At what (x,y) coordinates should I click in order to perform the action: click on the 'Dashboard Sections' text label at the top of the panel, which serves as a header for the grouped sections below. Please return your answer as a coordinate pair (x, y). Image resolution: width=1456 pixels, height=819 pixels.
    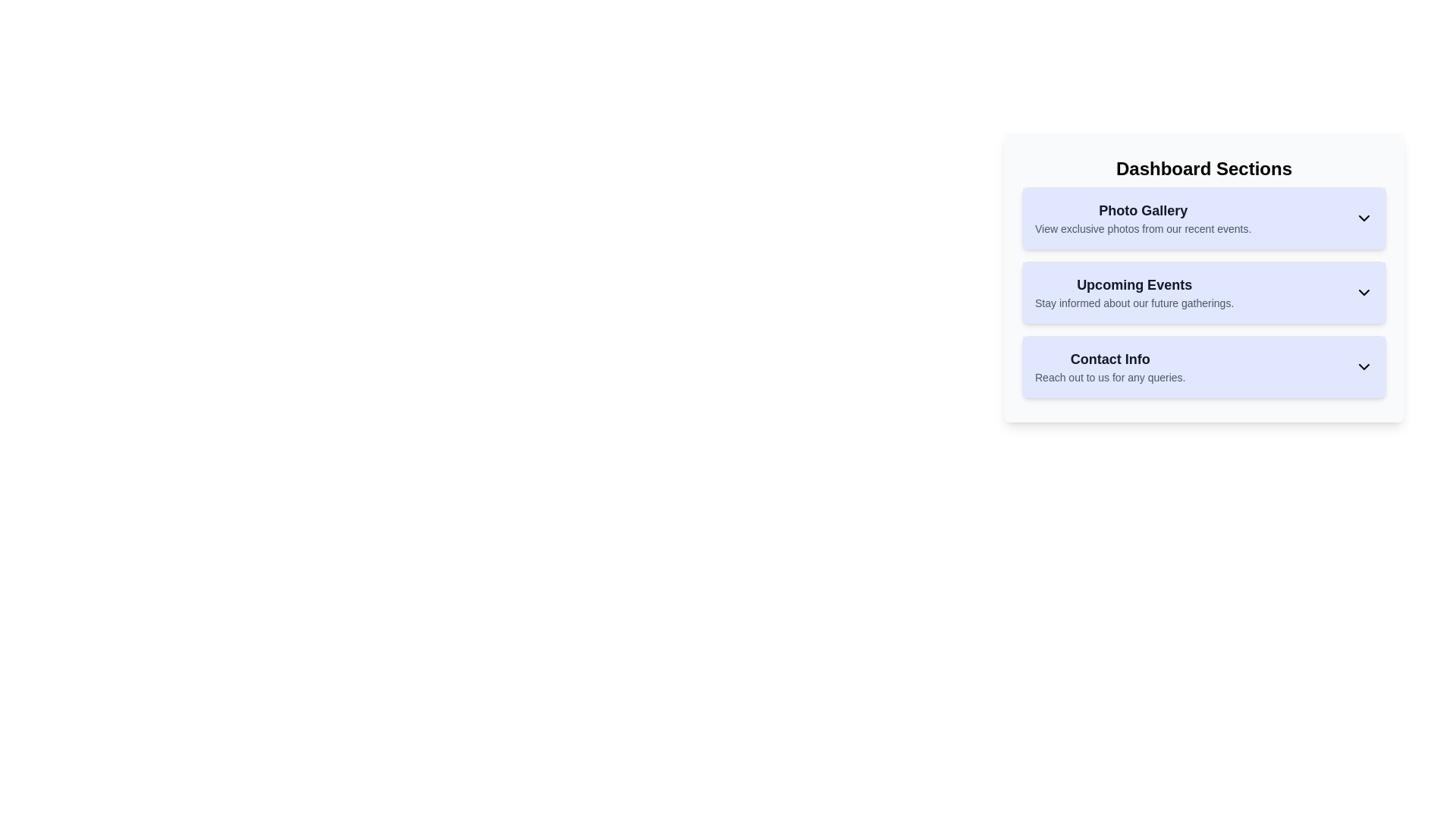
    Looking at the image, I should click on (1203, 169).